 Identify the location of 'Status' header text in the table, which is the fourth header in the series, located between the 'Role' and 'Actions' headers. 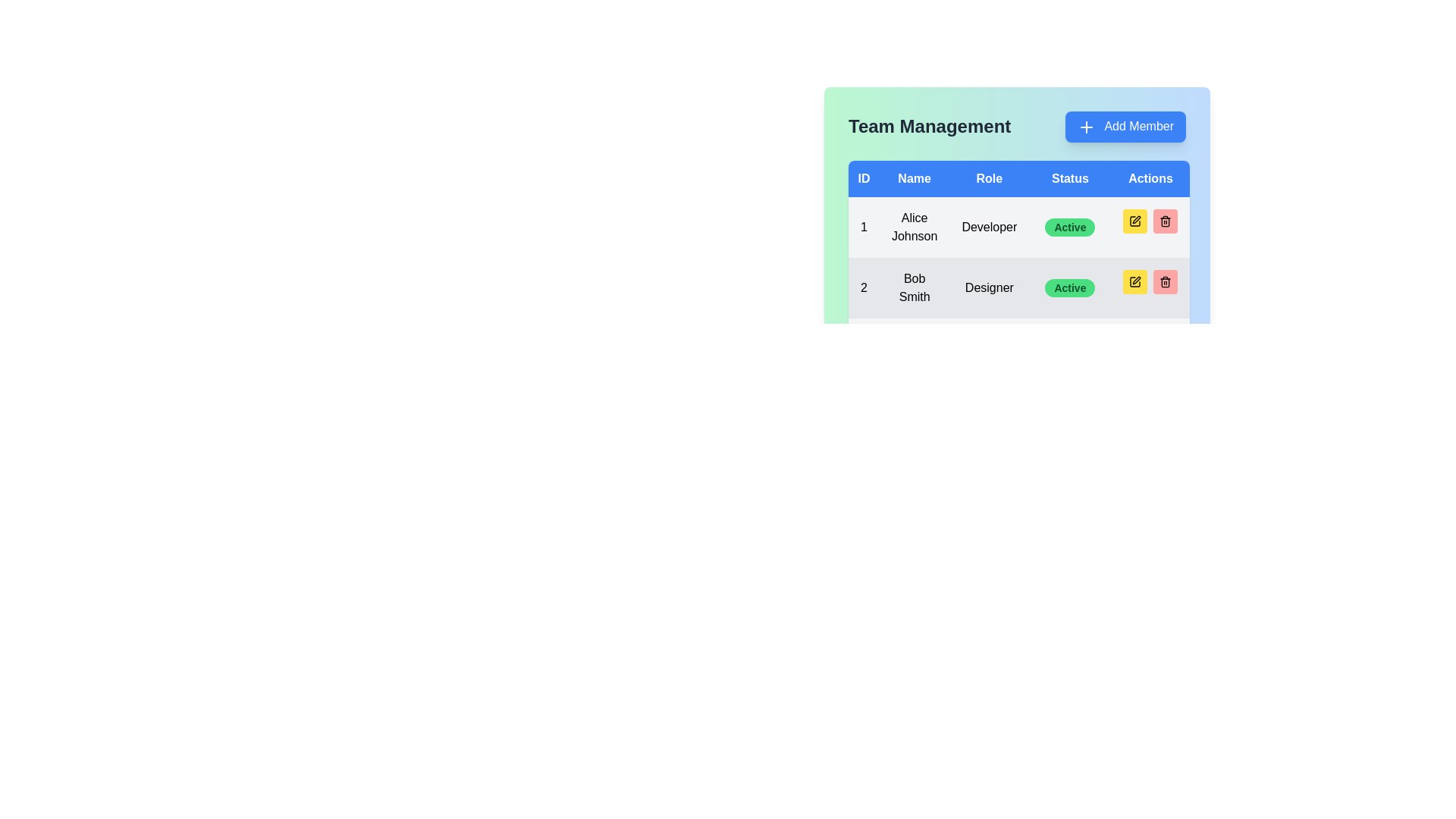
(1069, 177).